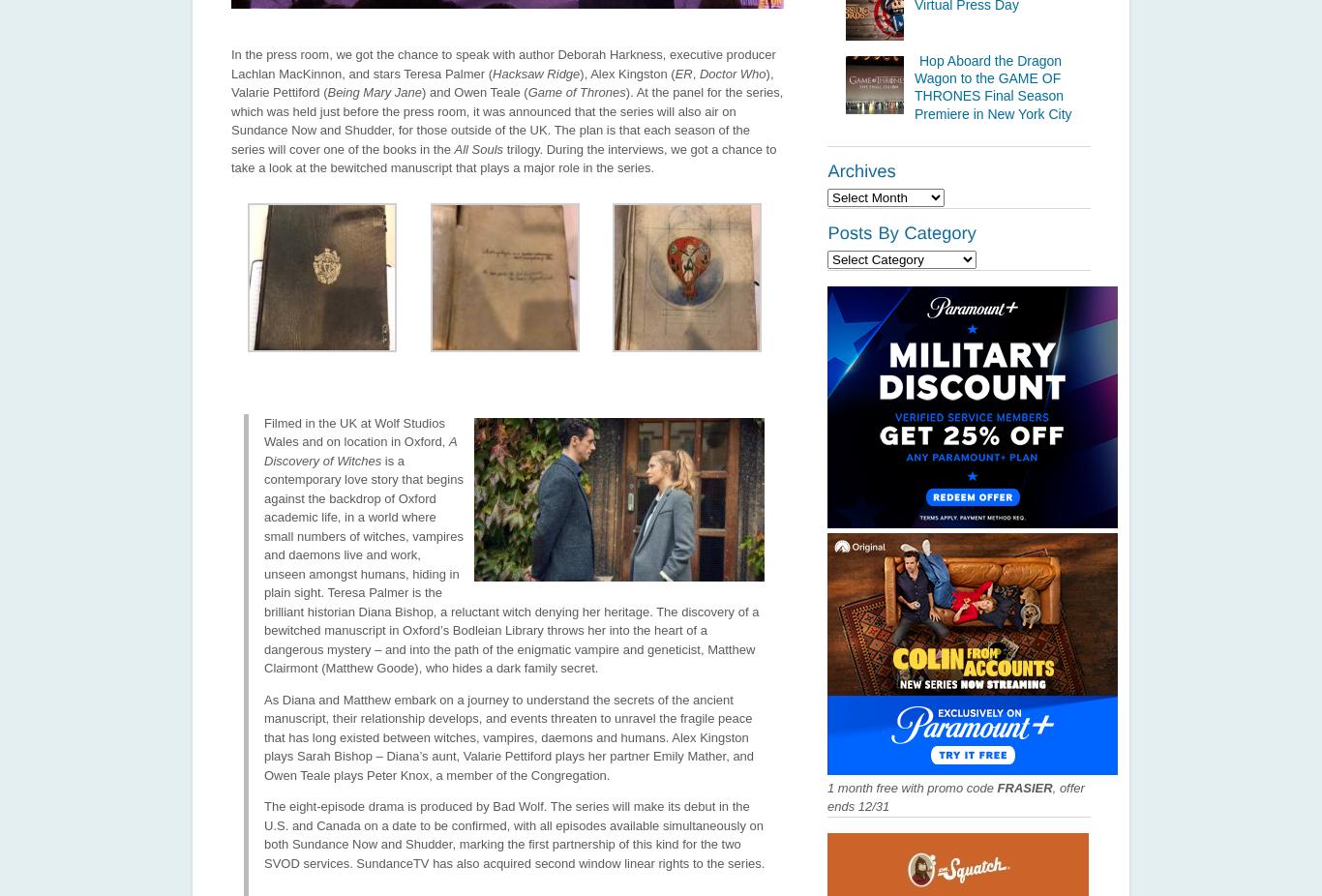 The image size is (1322, 896). Describe the element at coordinates (695, 72) in the screenshot. I see `','` at that location.